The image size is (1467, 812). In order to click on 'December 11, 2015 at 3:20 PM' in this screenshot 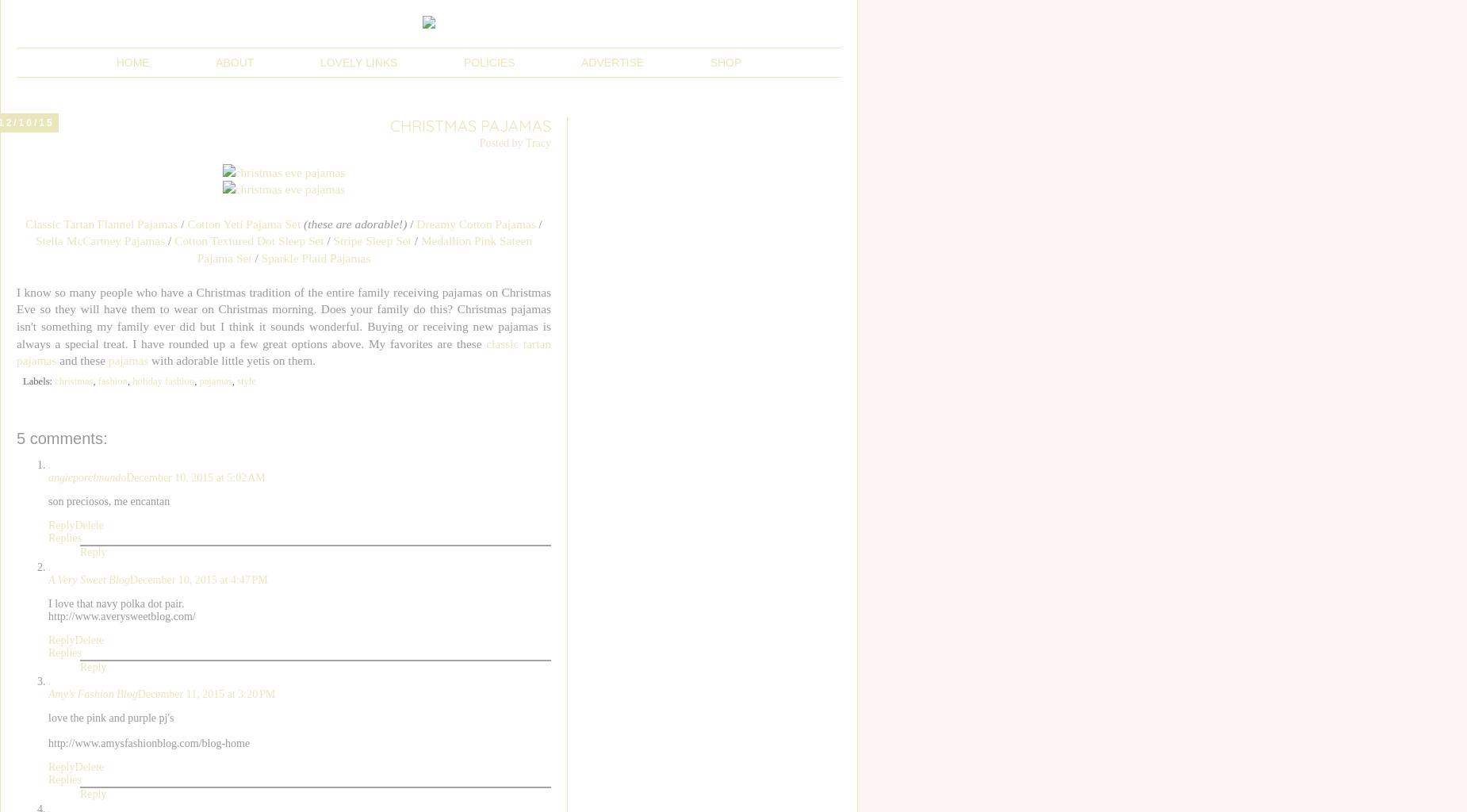, I will do `click(205, 694)`.